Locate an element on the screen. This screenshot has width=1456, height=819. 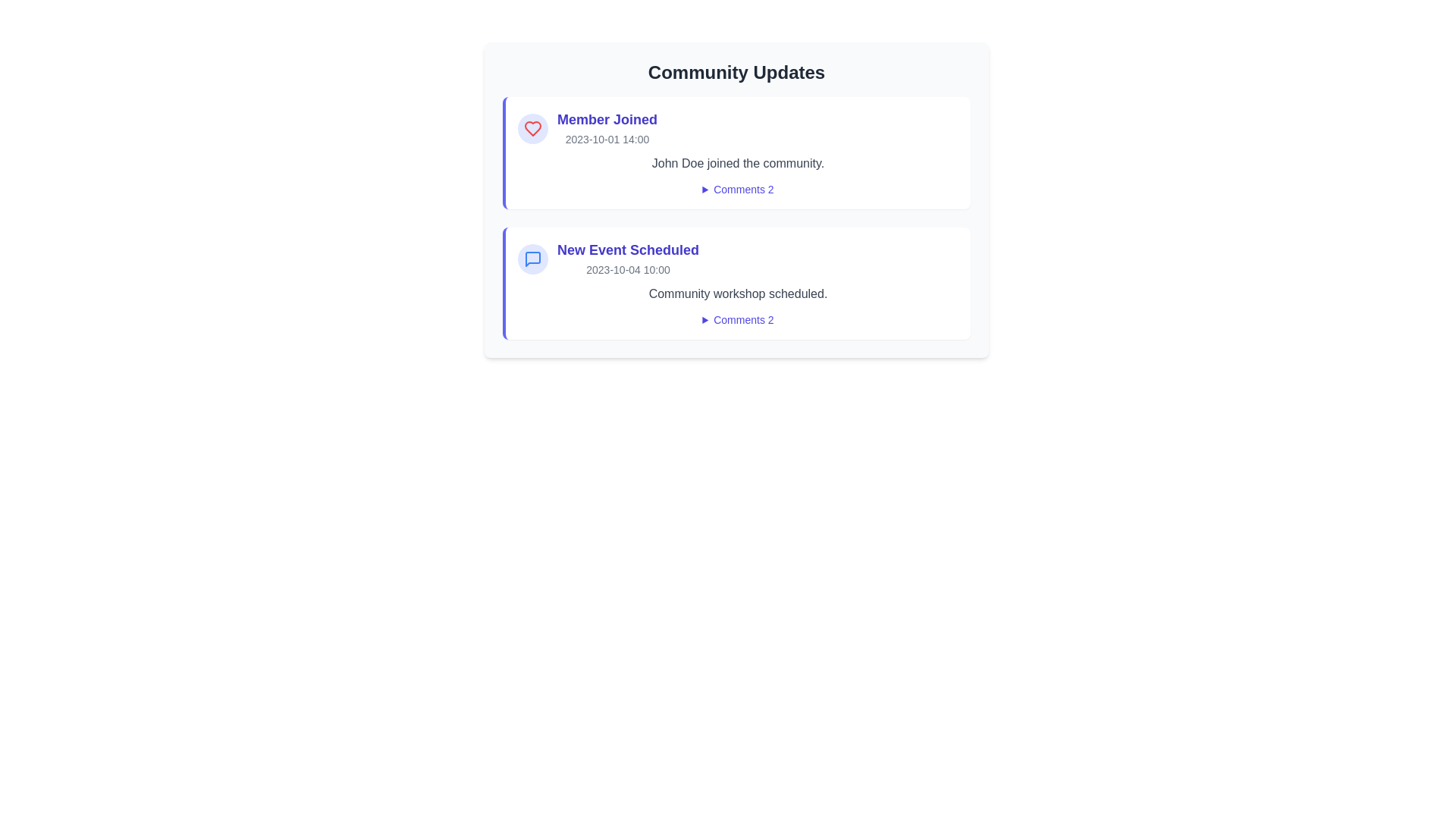
the heart-shaped icon outlined in red, located in the top-left quadrant of the 'Community Updates' area, adjacent to the 'Member Joined' title is located at coordinates (532, 127).